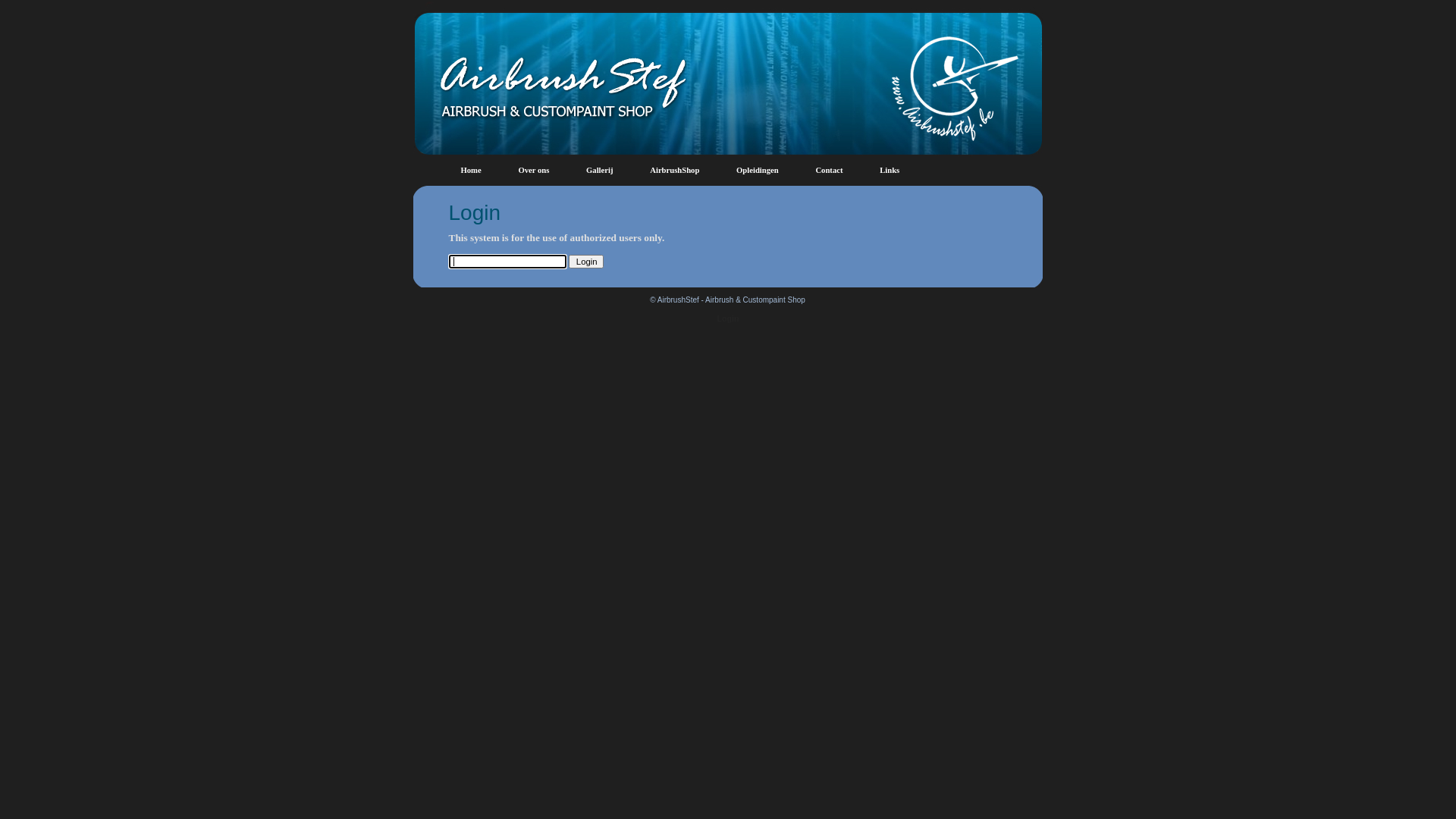 The height and width of the screenshot is (819, 1456). I want to click on 'Home', so click(460, 170).